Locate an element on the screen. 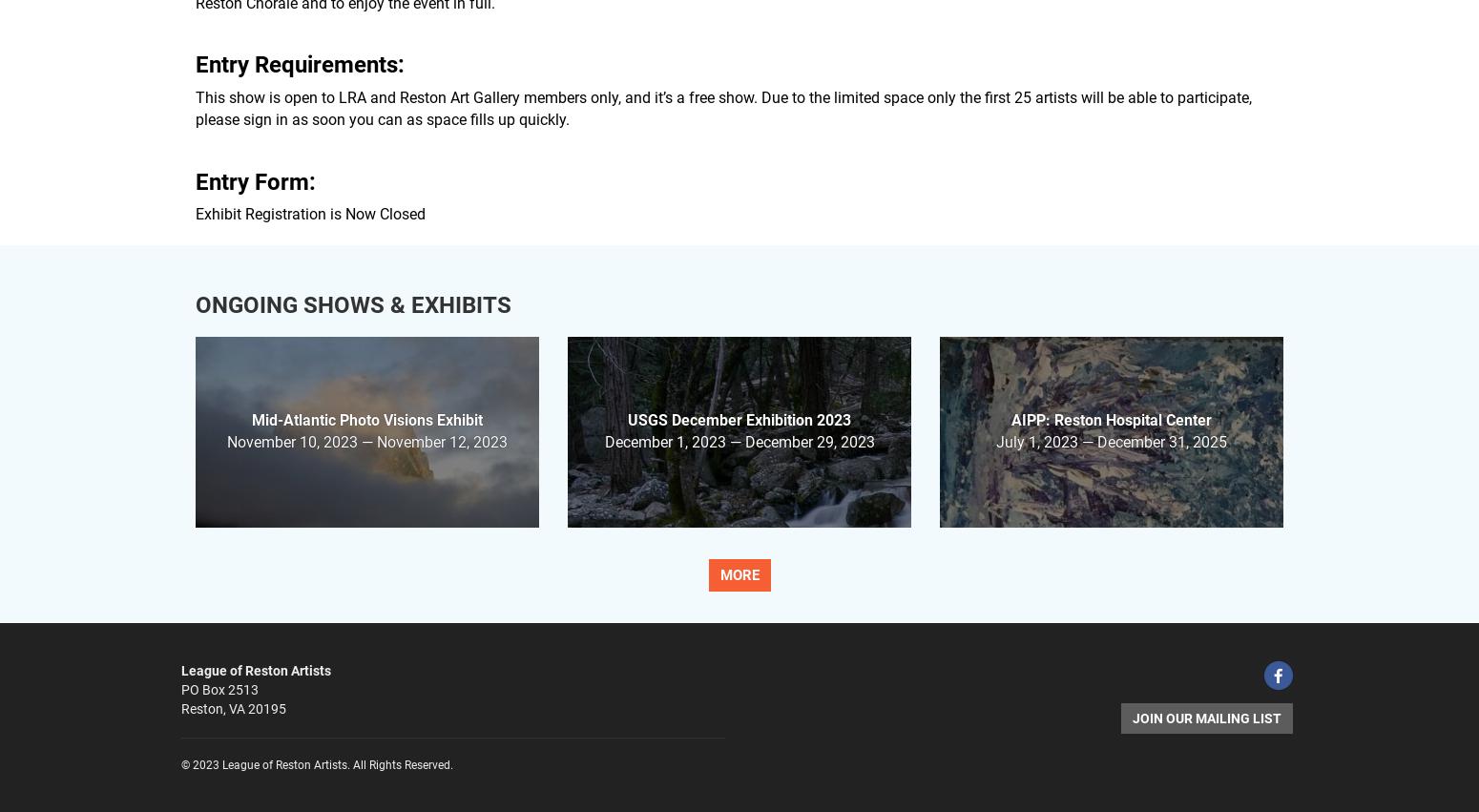  'AIPP: Reston Hospital Center' is located at coordinates (1111, 420).